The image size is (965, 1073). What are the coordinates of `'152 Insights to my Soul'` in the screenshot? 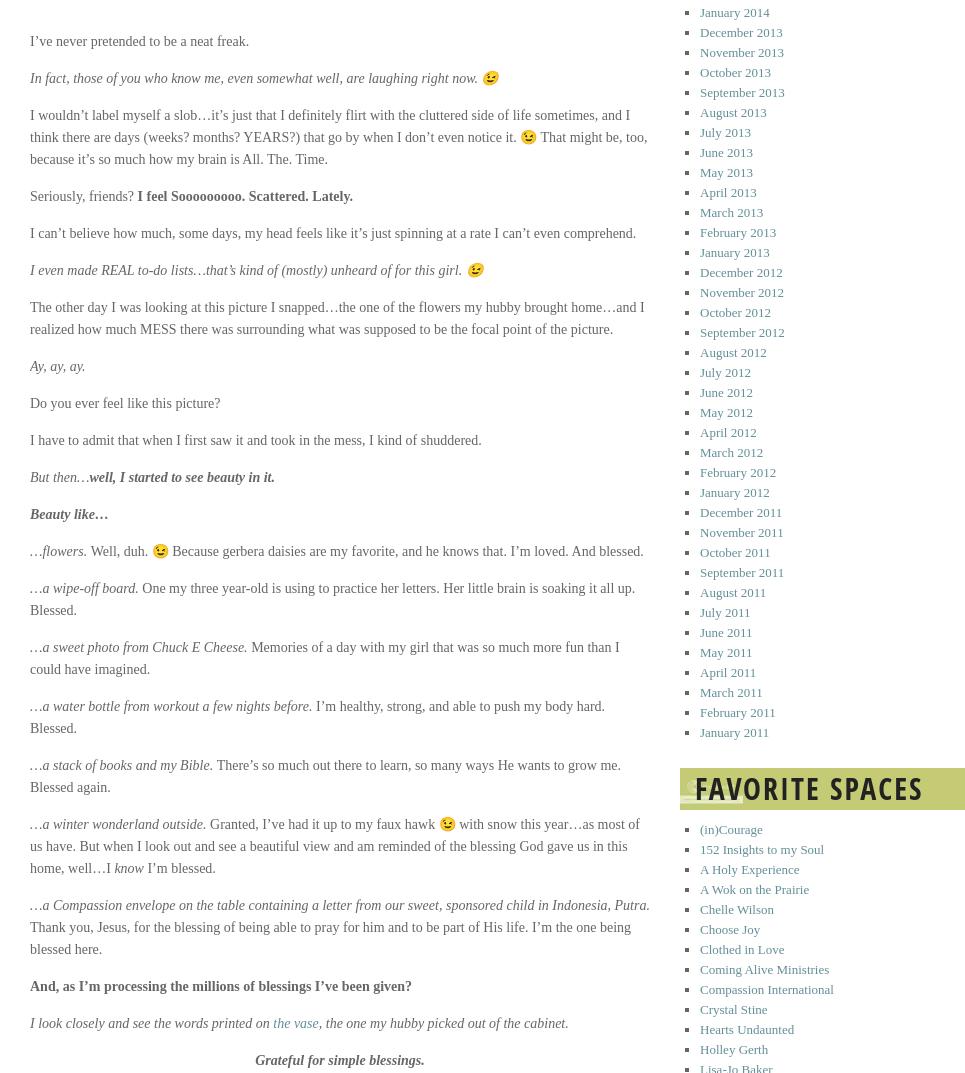 It's located at (760, 848).